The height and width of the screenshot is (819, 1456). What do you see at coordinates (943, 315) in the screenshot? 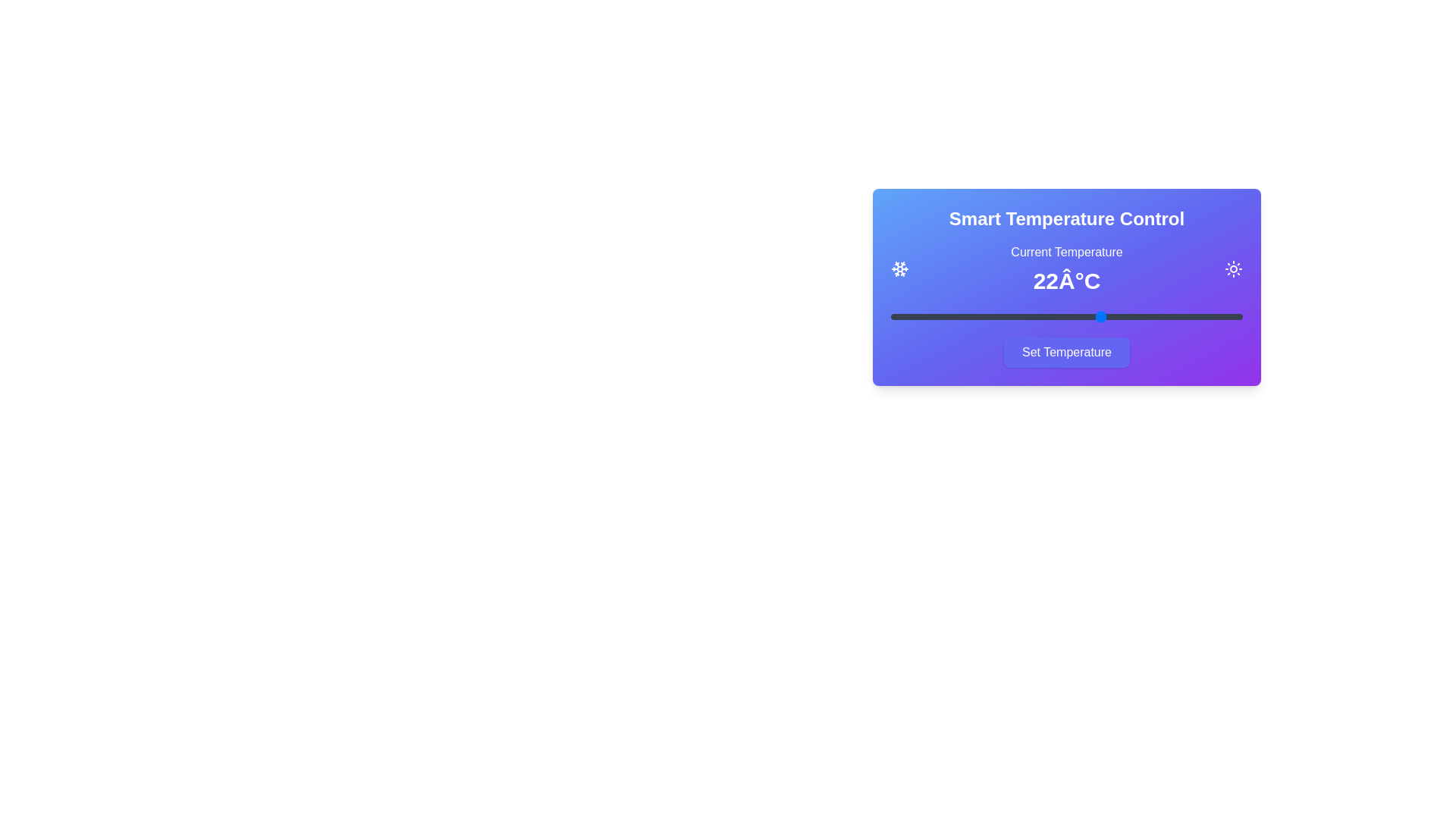
I see `the temperature slider` at bounding box center [943, 315].